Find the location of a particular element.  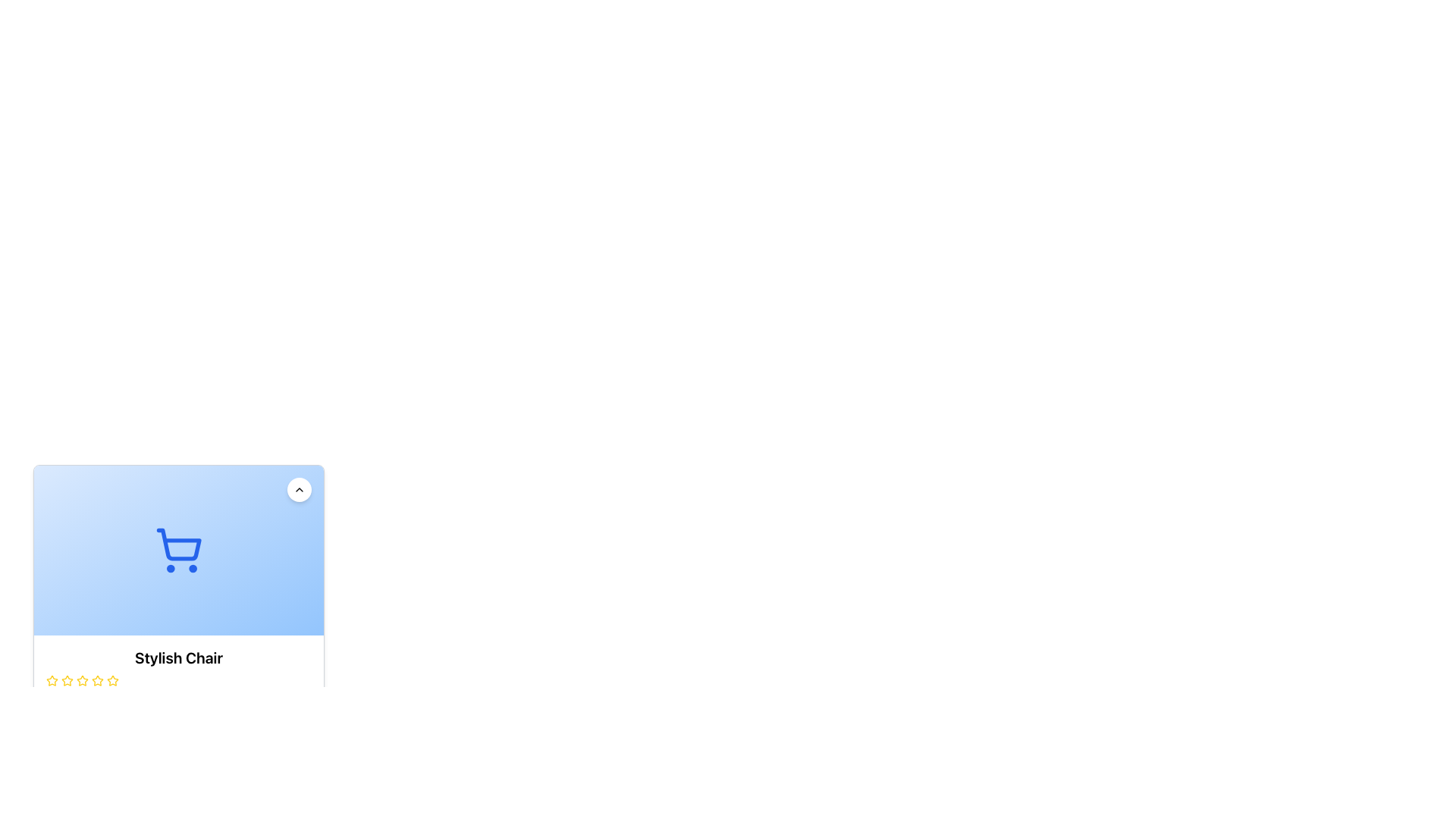

the sixth yellow star icon used for rating under the 'Stylish Chair' is located at coordinates (97, 680).